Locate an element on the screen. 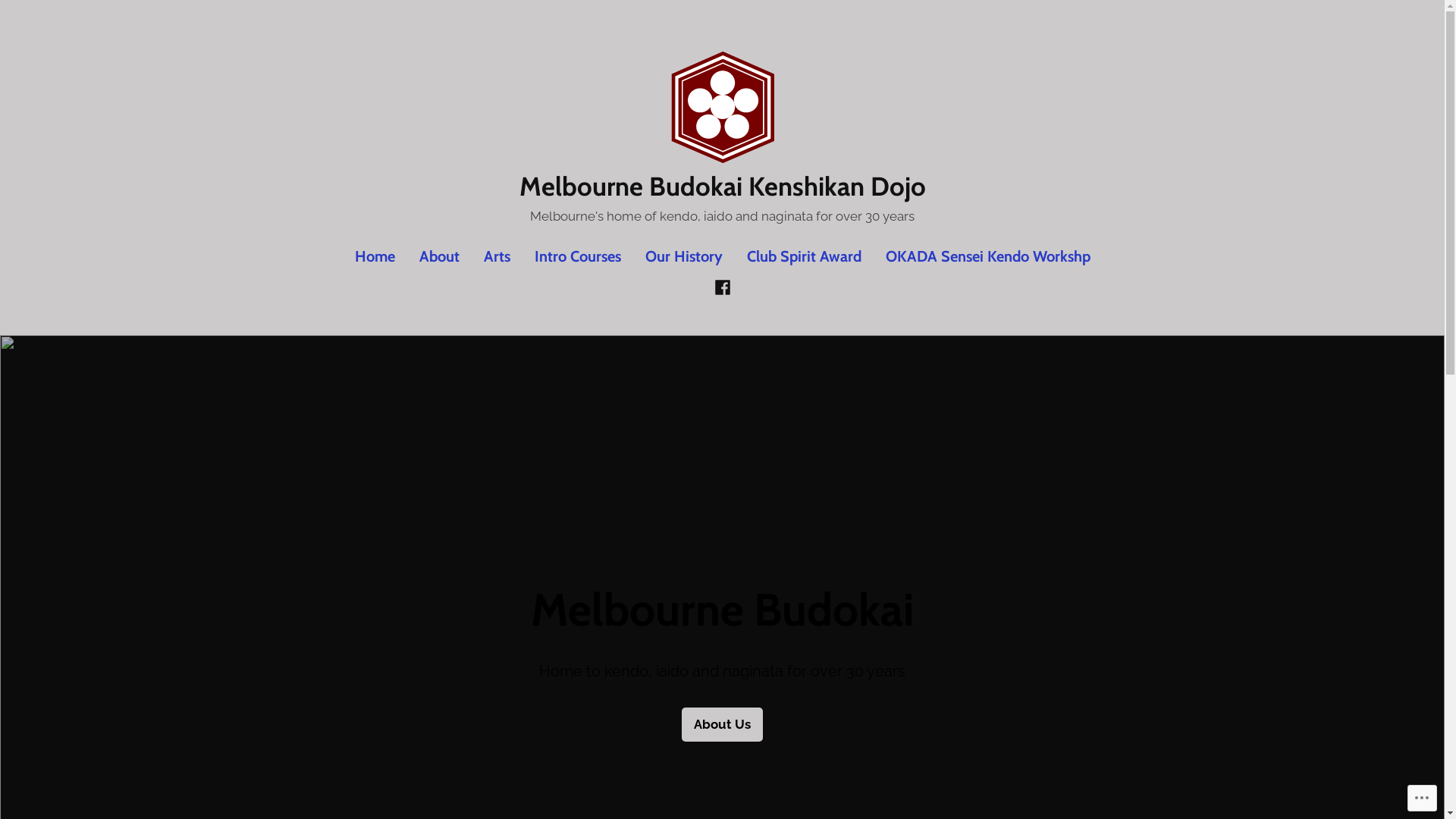  'About' is located at coordinates (438, 255).